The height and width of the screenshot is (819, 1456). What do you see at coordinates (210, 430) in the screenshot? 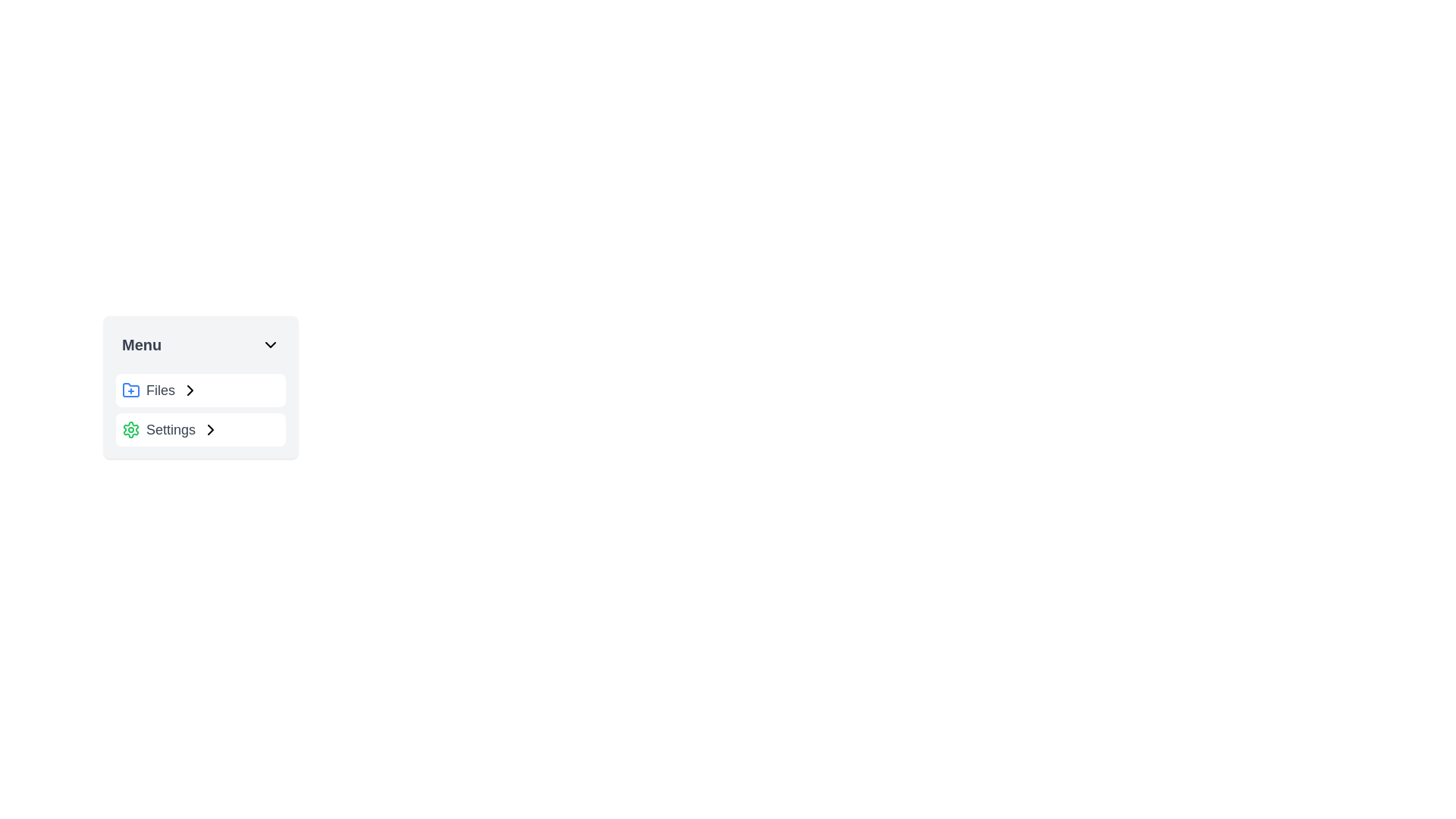
I see `the rightward-pointing chevron icon located to the right of the 'Files' label in the Menu card interface` at bounding box center [210, 430].